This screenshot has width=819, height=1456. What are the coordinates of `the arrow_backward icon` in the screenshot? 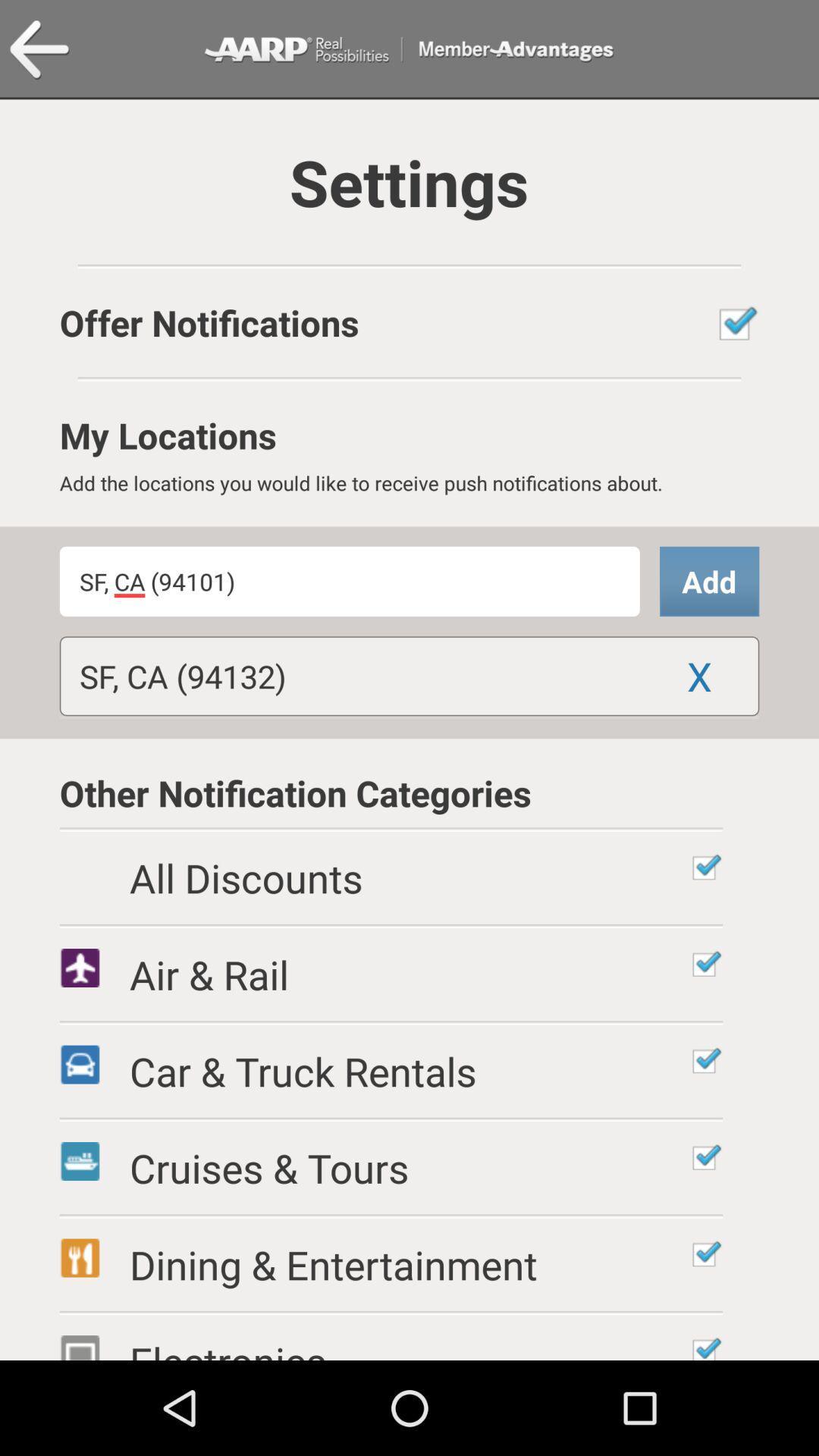 It's located at (39, 53).